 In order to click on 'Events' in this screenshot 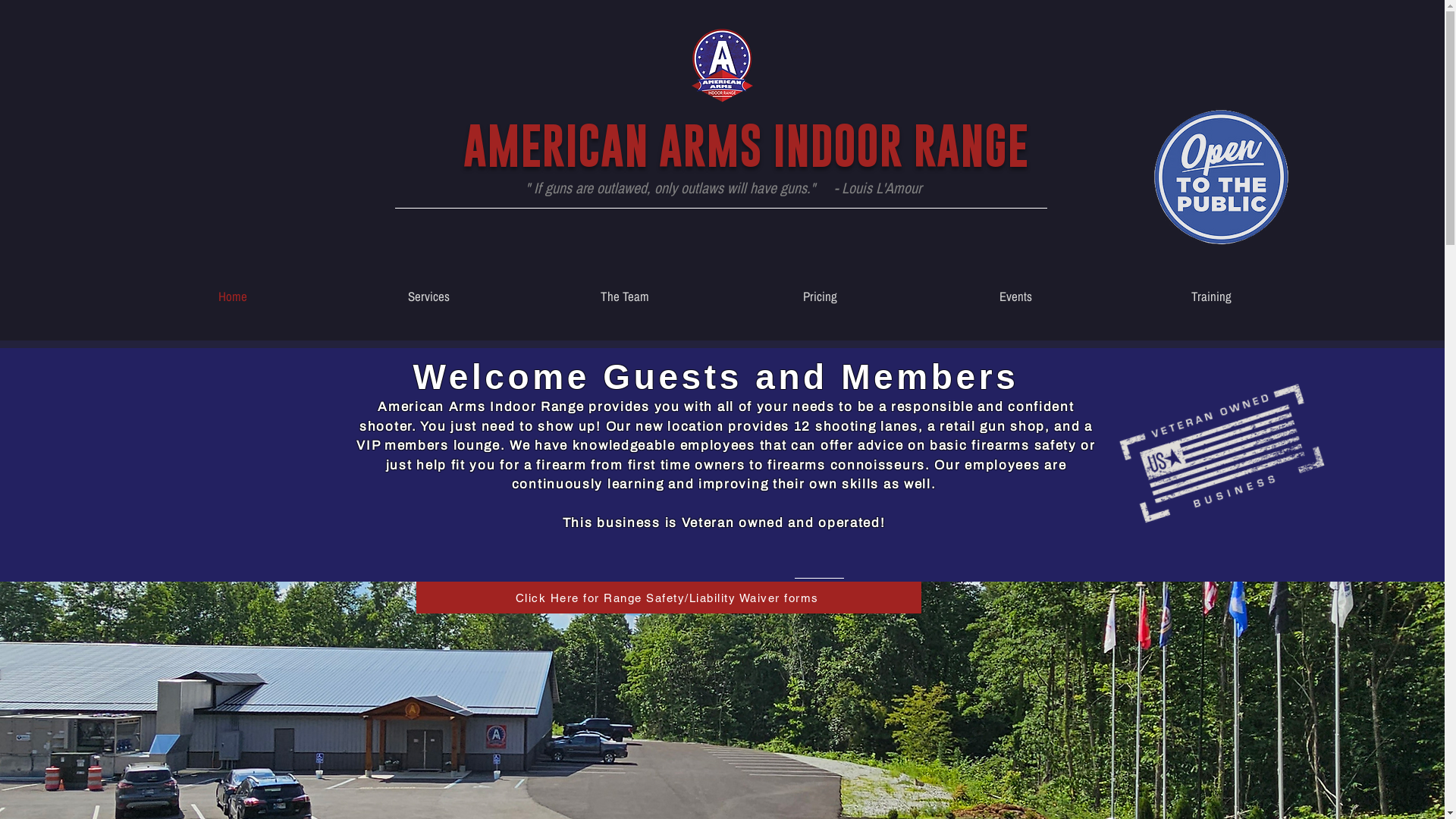, I will do `click(916, 296)`.